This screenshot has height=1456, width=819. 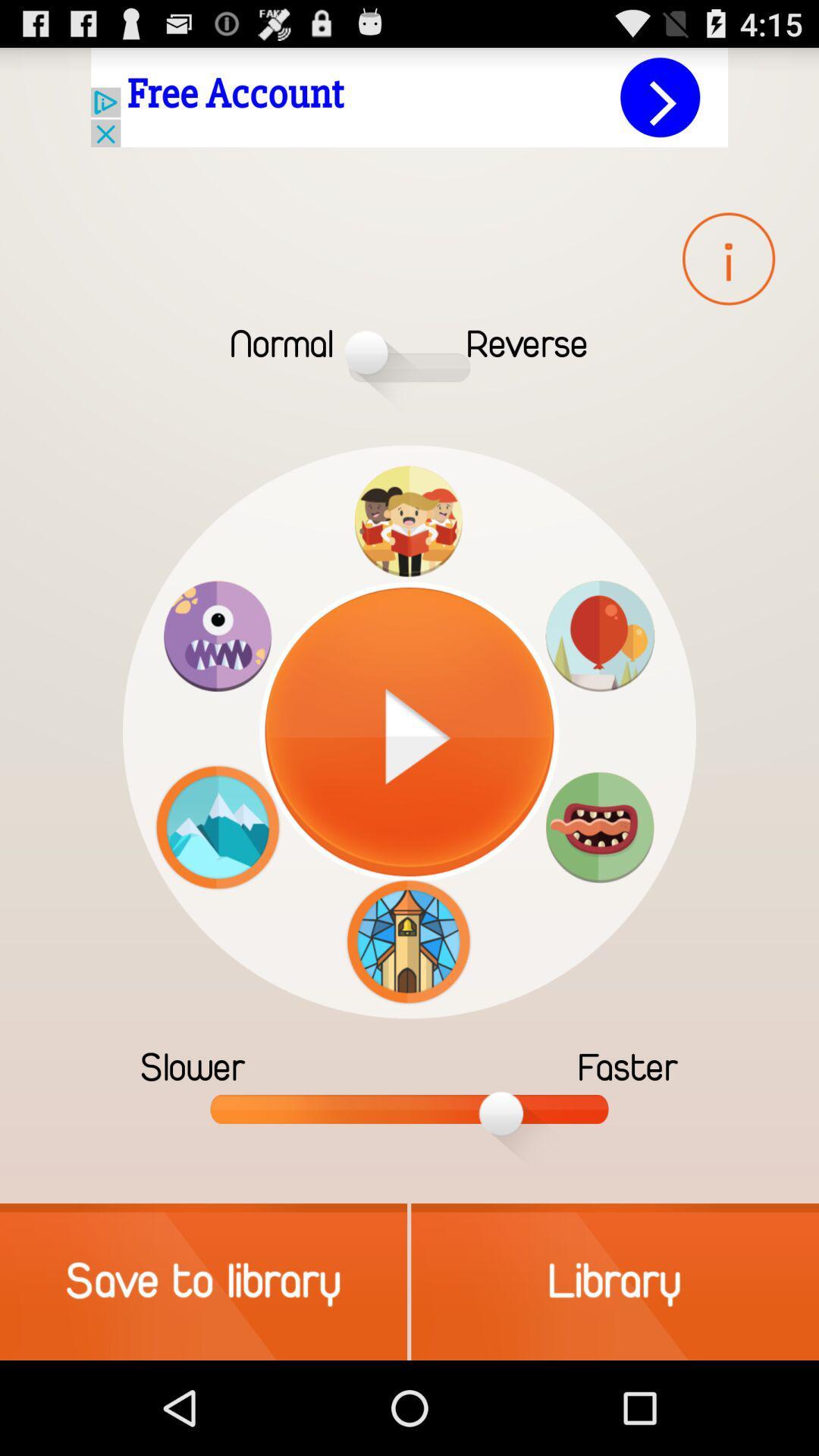 I want to click on the logo below play button, so click(x=408, y=941).